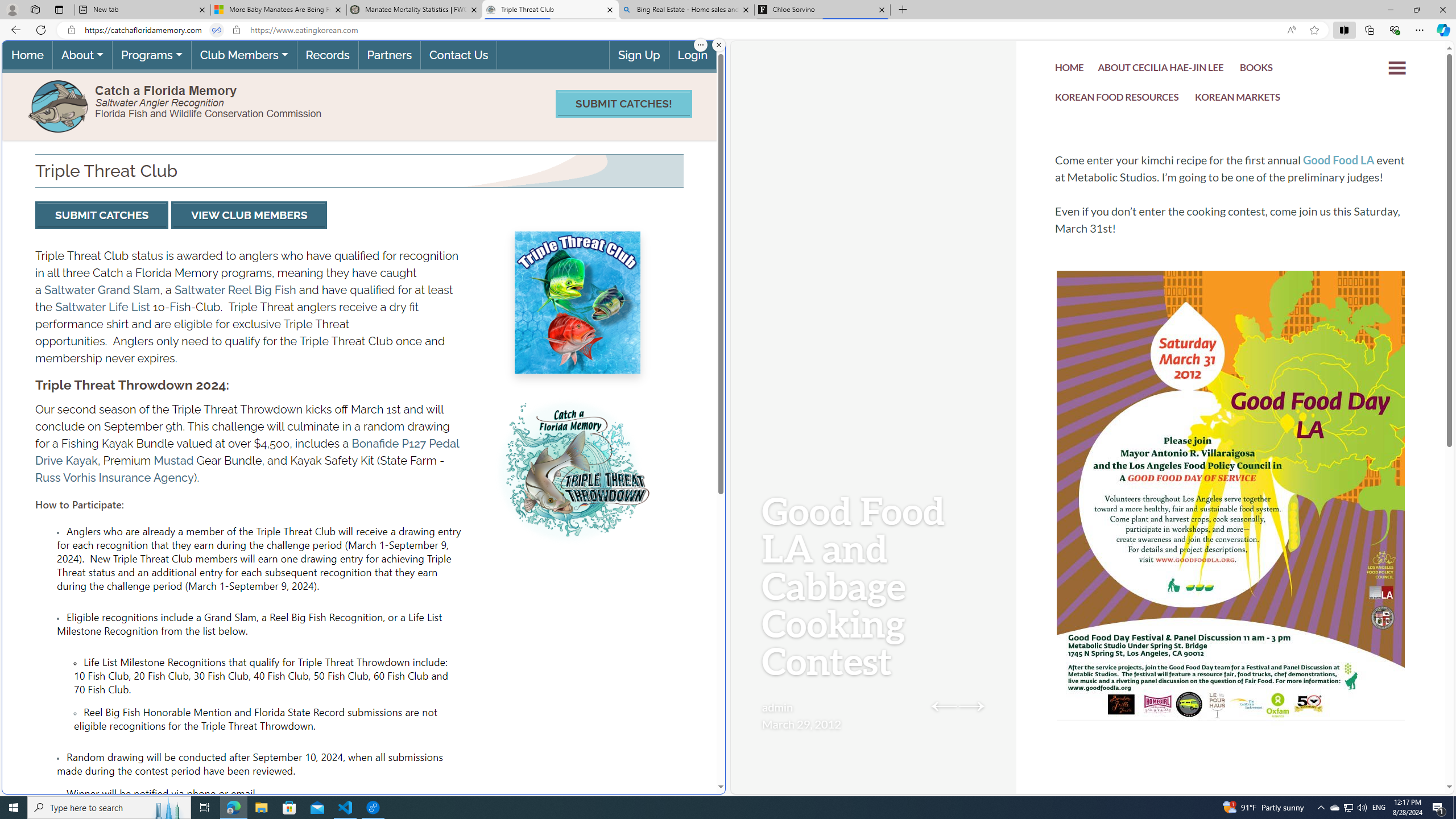  I want to click on 'Browser essentials', so click(1394, 29).